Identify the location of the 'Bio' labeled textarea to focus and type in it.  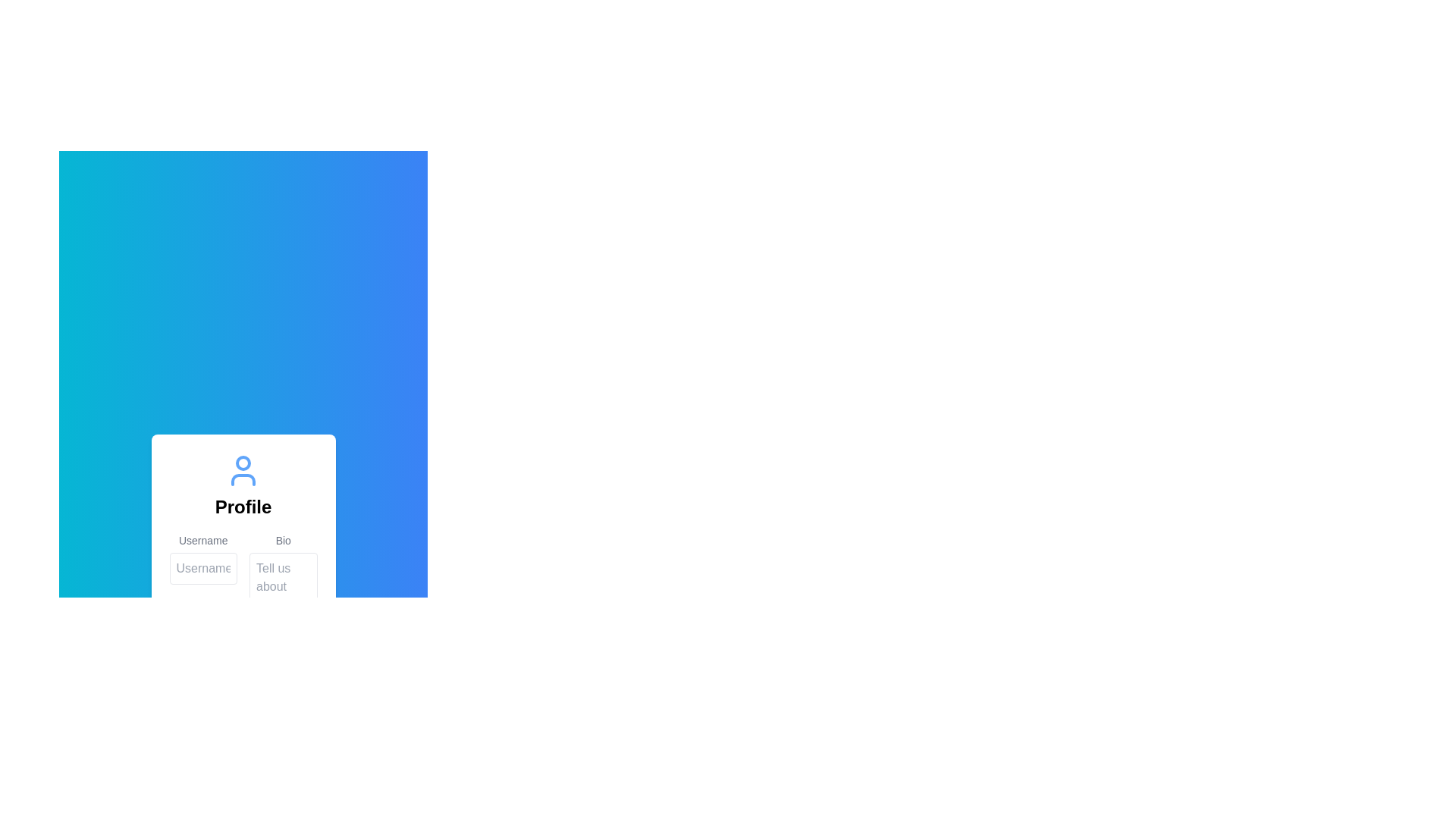
(283, 579).